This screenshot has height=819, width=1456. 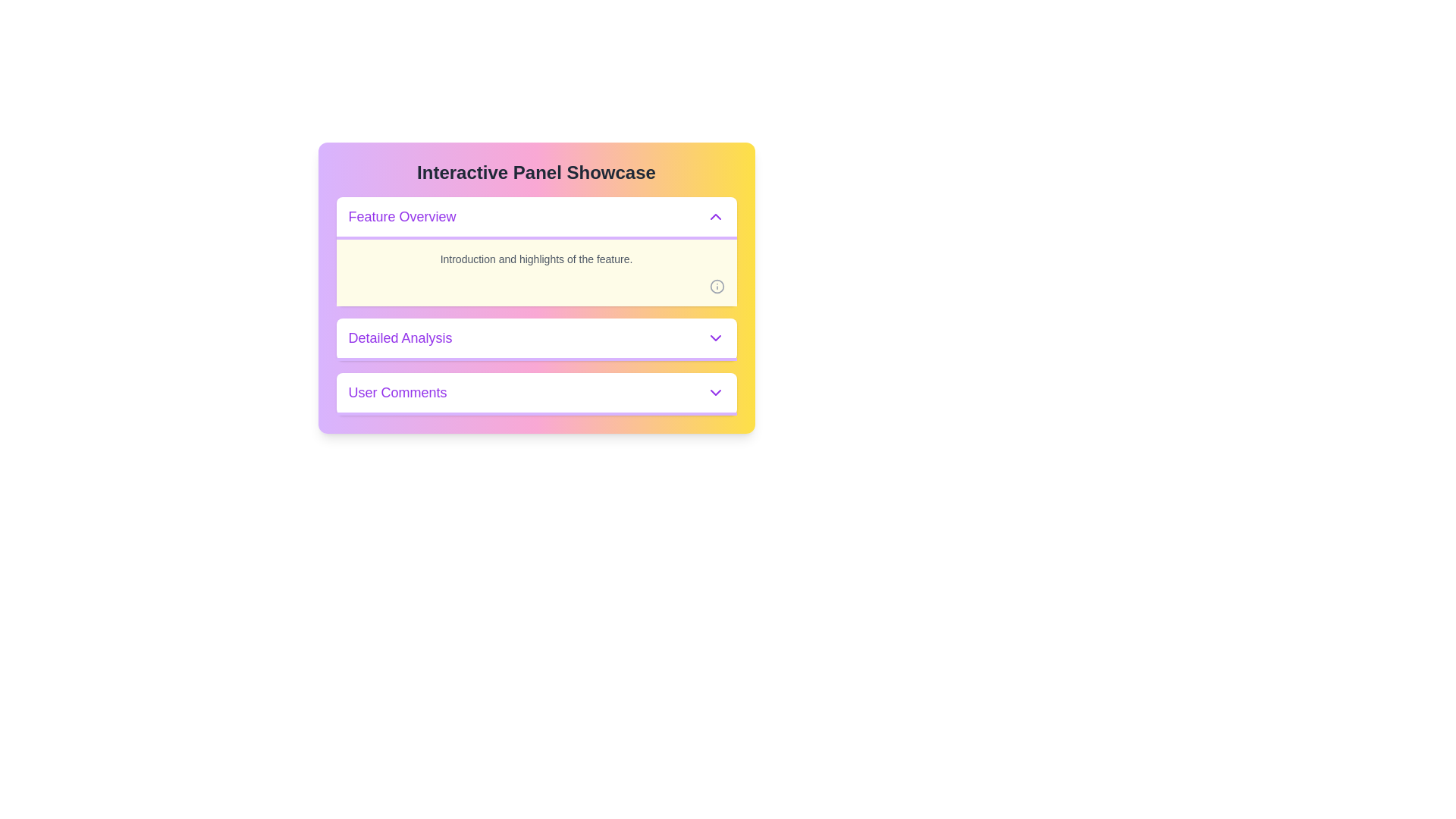 What do you see at coordinates (714, 391) in the screenshot?
I see `the downward-facing chevron icon located to the right of the 'User Comments' text` at bounding box center [714, 391].